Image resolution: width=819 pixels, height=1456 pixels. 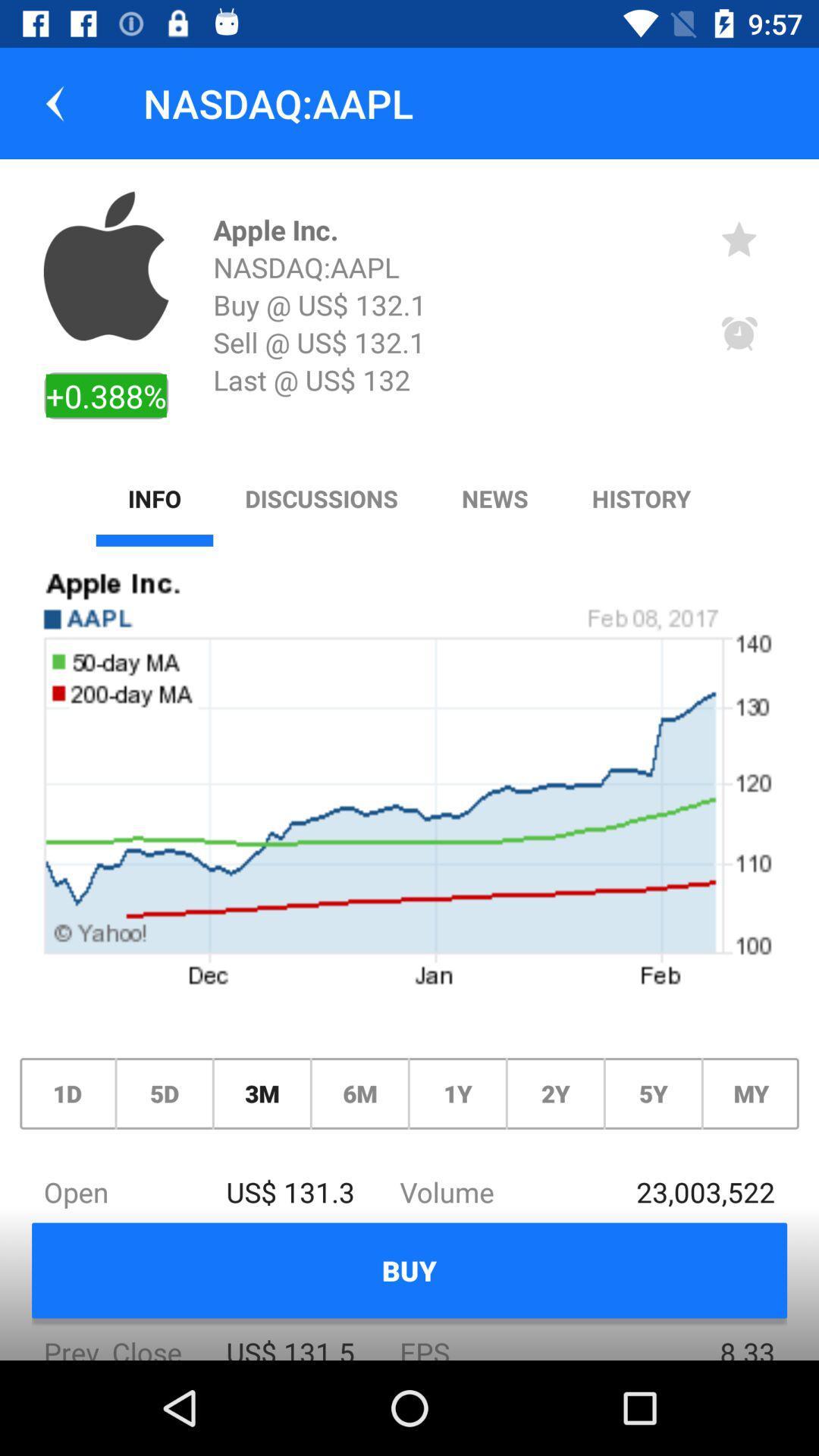 I want to click on the option next to news in menu bar, so click(x=641, y=498).